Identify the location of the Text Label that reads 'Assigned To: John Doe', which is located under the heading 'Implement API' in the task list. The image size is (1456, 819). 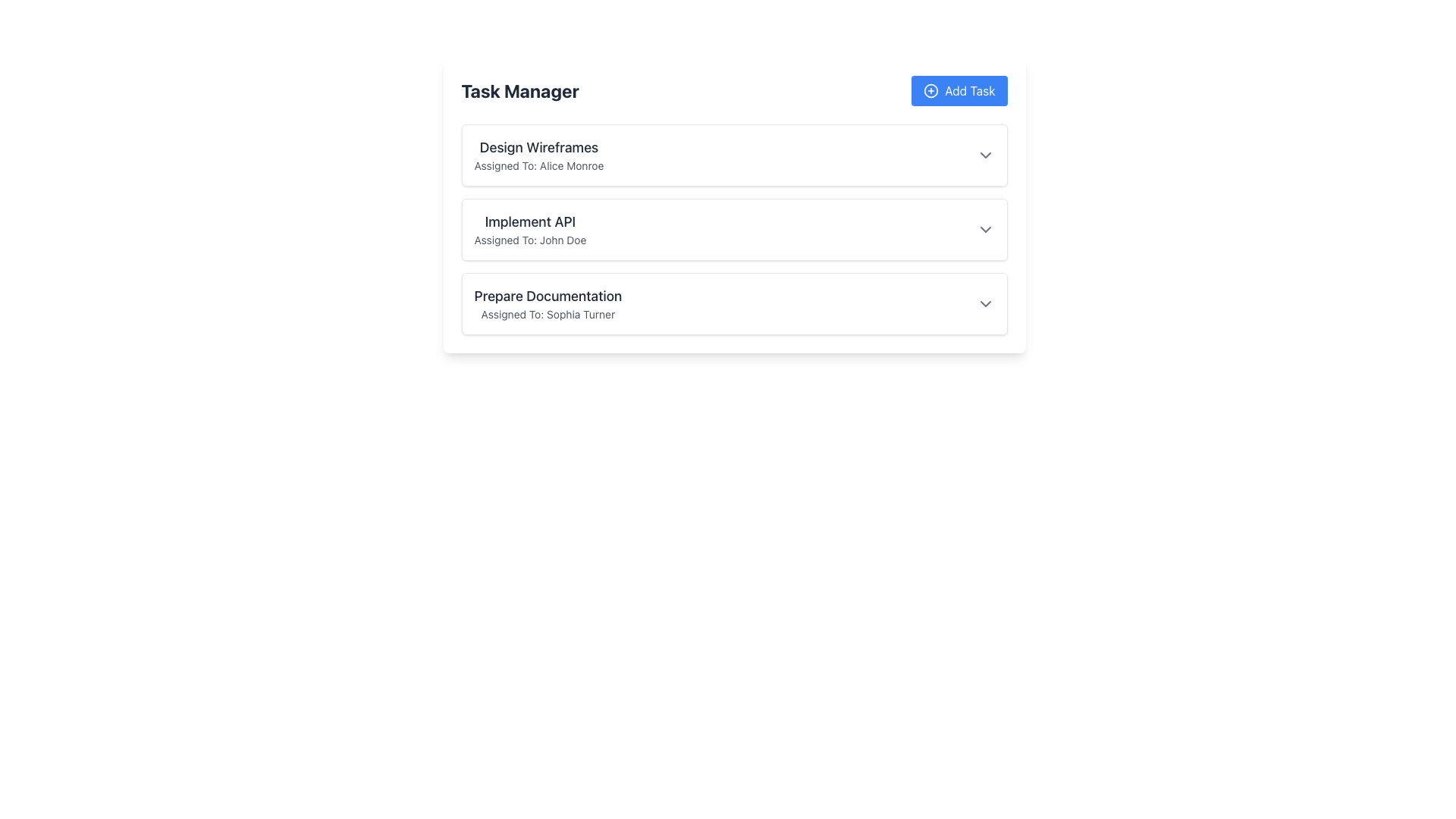
(530, 239).